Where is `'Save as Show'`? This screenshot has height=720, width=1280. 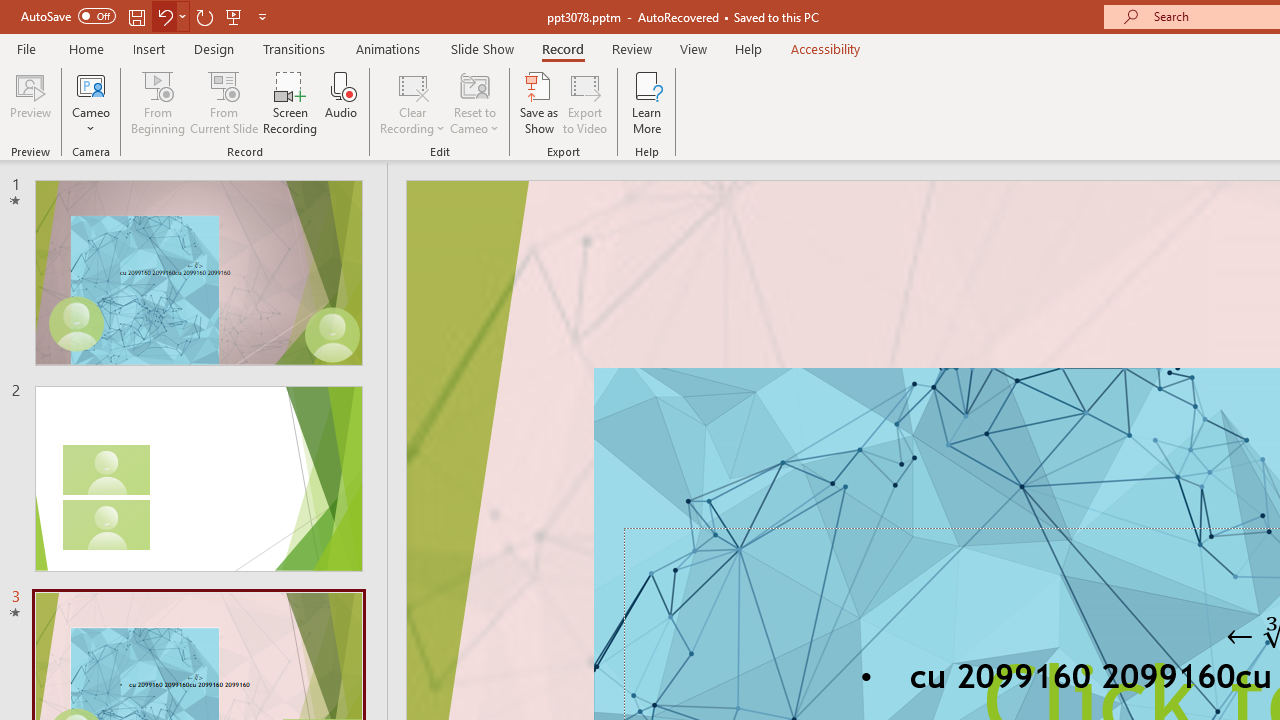
'Save as Show' is located at coordinates (539, 103).